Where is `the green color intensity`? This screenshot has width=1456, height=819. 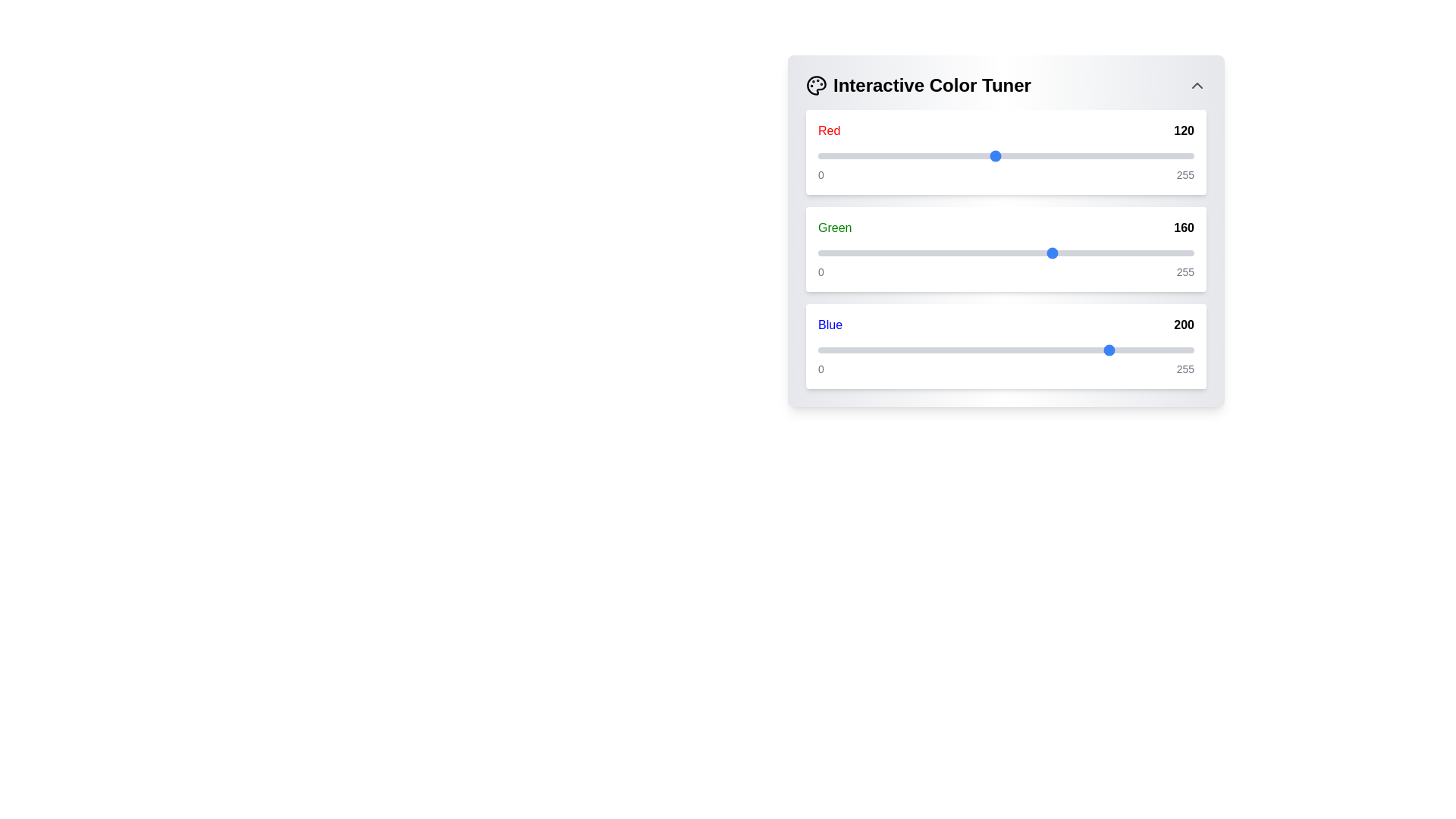 the green color intensity is located at coordinates (898, 253).